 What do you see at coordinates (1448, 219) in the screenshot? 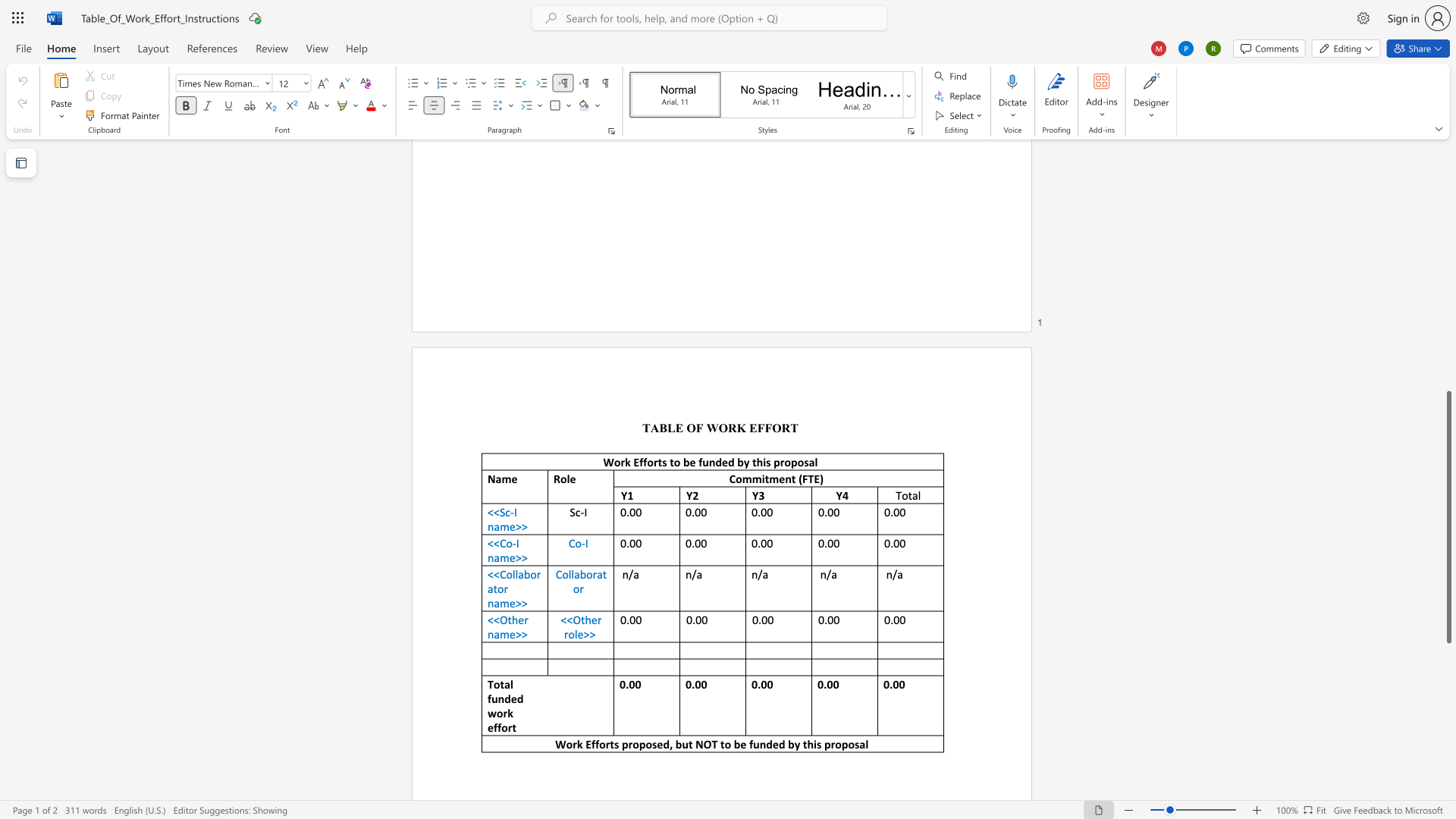
I see `the scrollbar to move the page upward` at bounding box center [1448, 219].